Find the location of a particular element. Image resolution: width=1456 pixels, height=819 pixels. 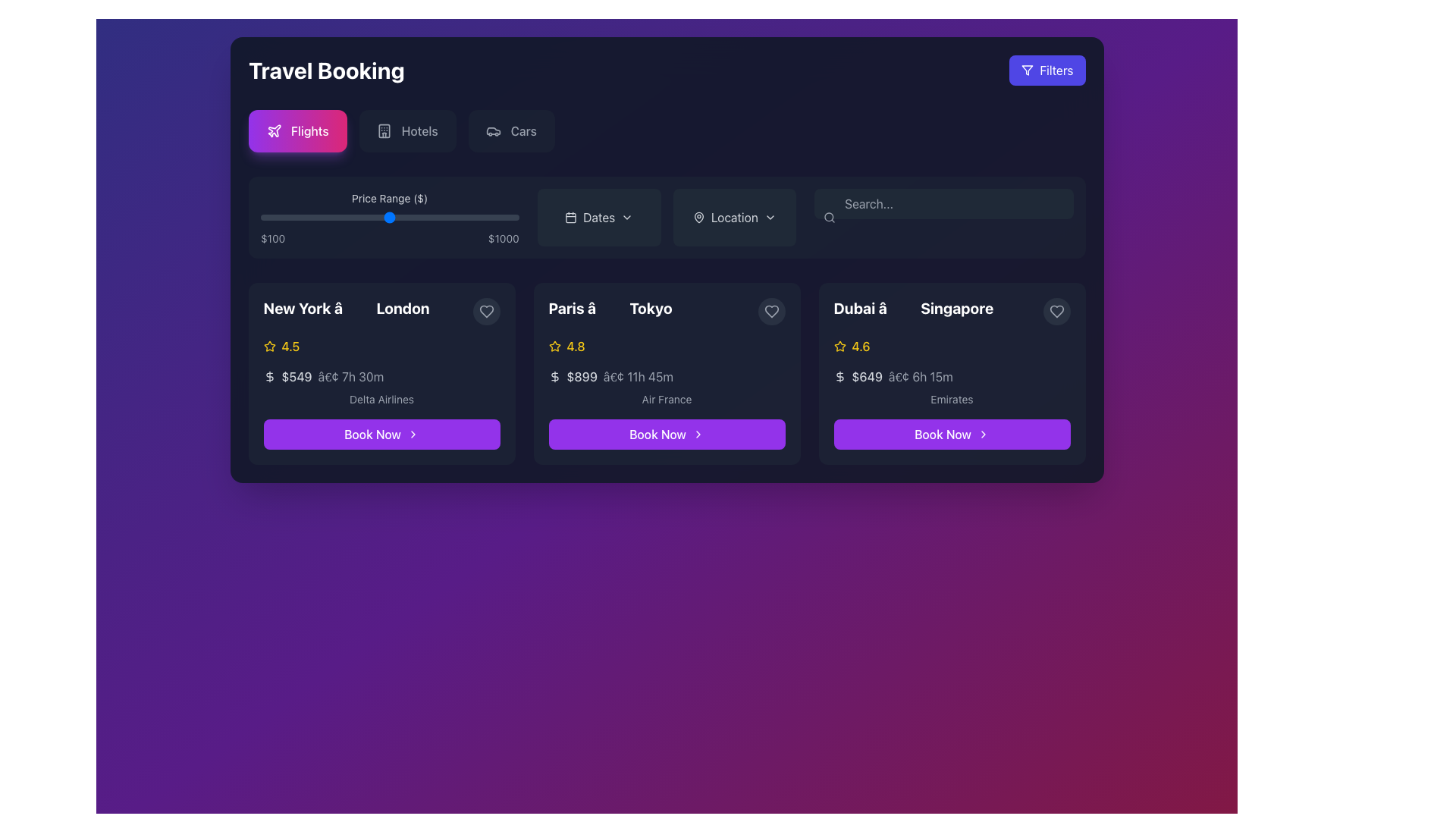

the favorite button located in the upper-right corner of the travel information card for 'New York to London' is located at coordinates (486, 311).